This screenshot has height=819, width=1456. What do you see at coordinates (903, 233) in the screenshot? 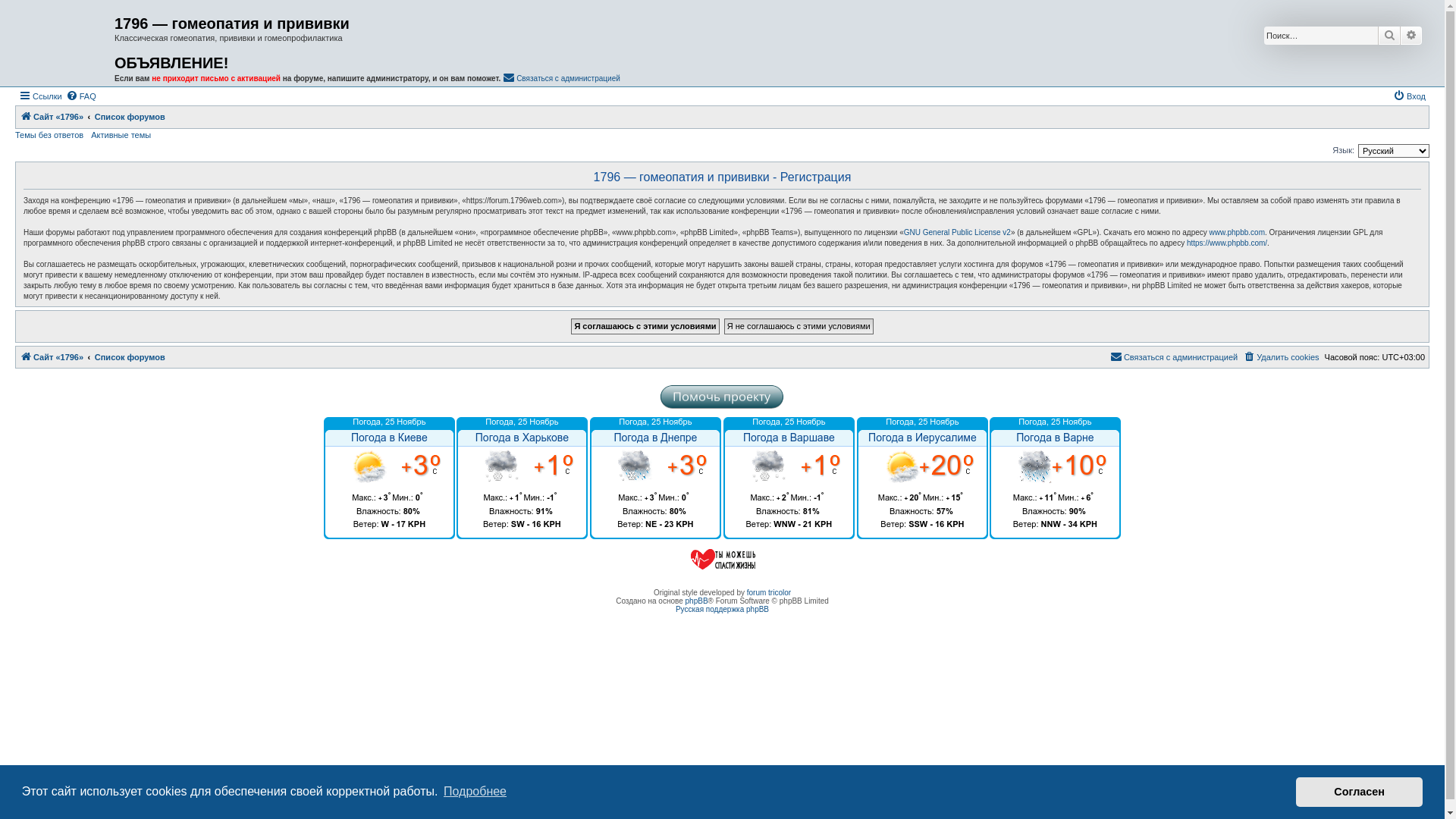
I see `'GNU General Public License v2'` at bounding box center [903, 233].